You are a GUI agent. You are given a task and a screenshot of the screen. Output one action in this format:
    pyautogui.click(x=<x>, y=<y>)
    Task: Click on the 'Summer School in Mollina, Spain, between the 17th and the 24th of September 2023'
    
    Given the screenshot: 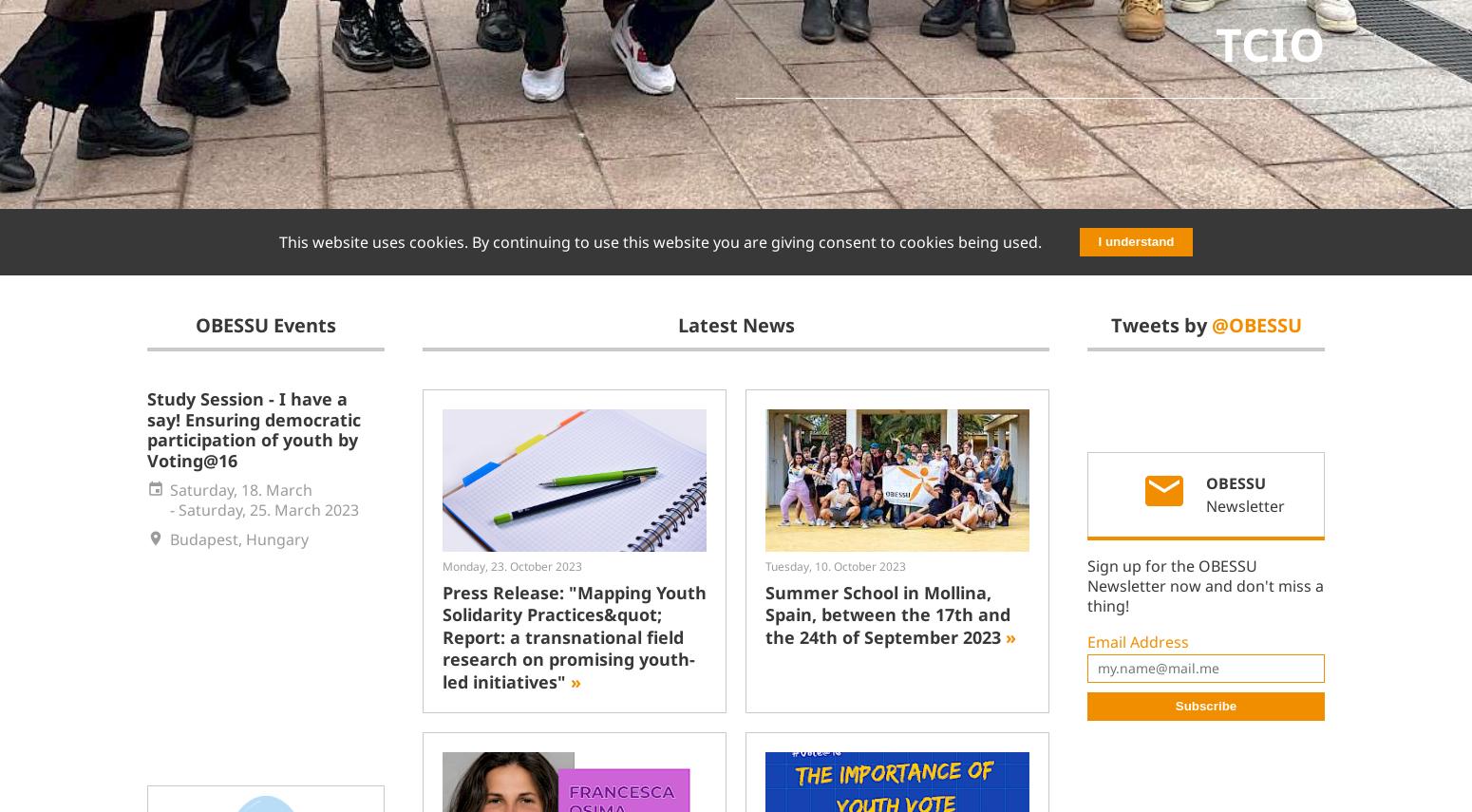 What is the action you would take?
    pyautogui.click(x=886, y=613)
    